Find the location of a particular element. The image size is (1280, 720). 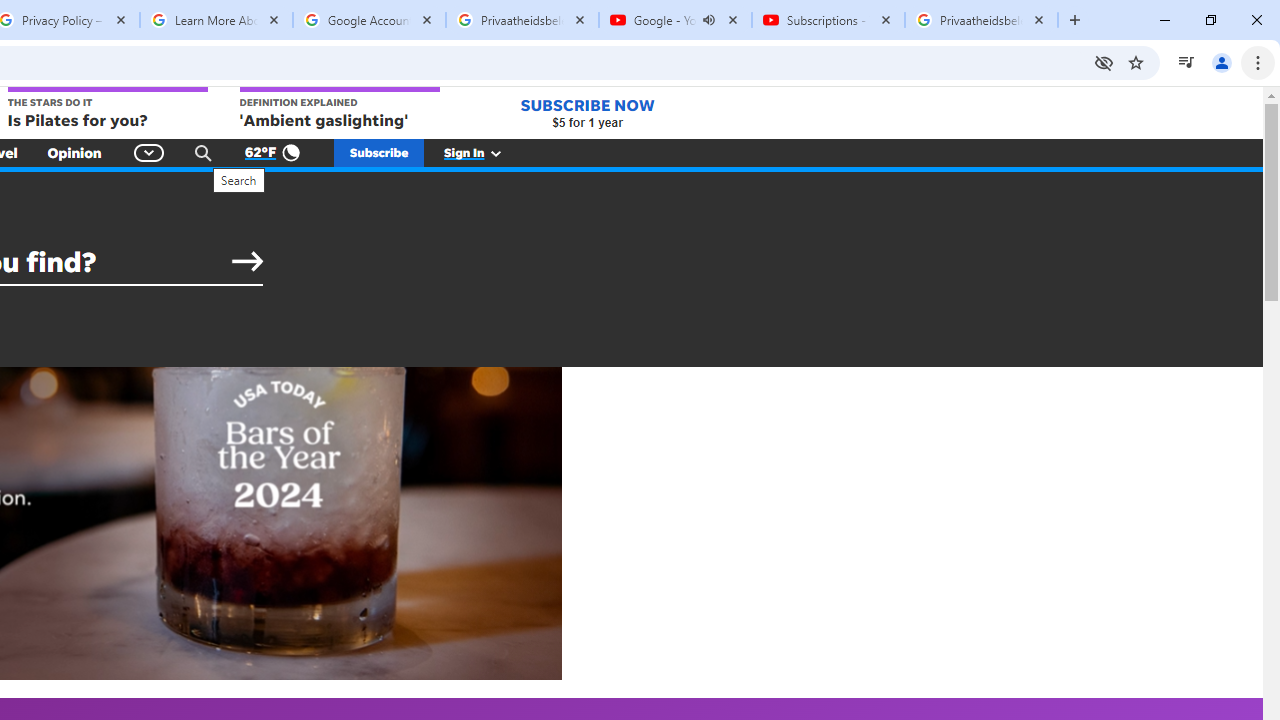

'THE STARS DO IT Is Pilates for you?' is located at coordinates (105, 109).